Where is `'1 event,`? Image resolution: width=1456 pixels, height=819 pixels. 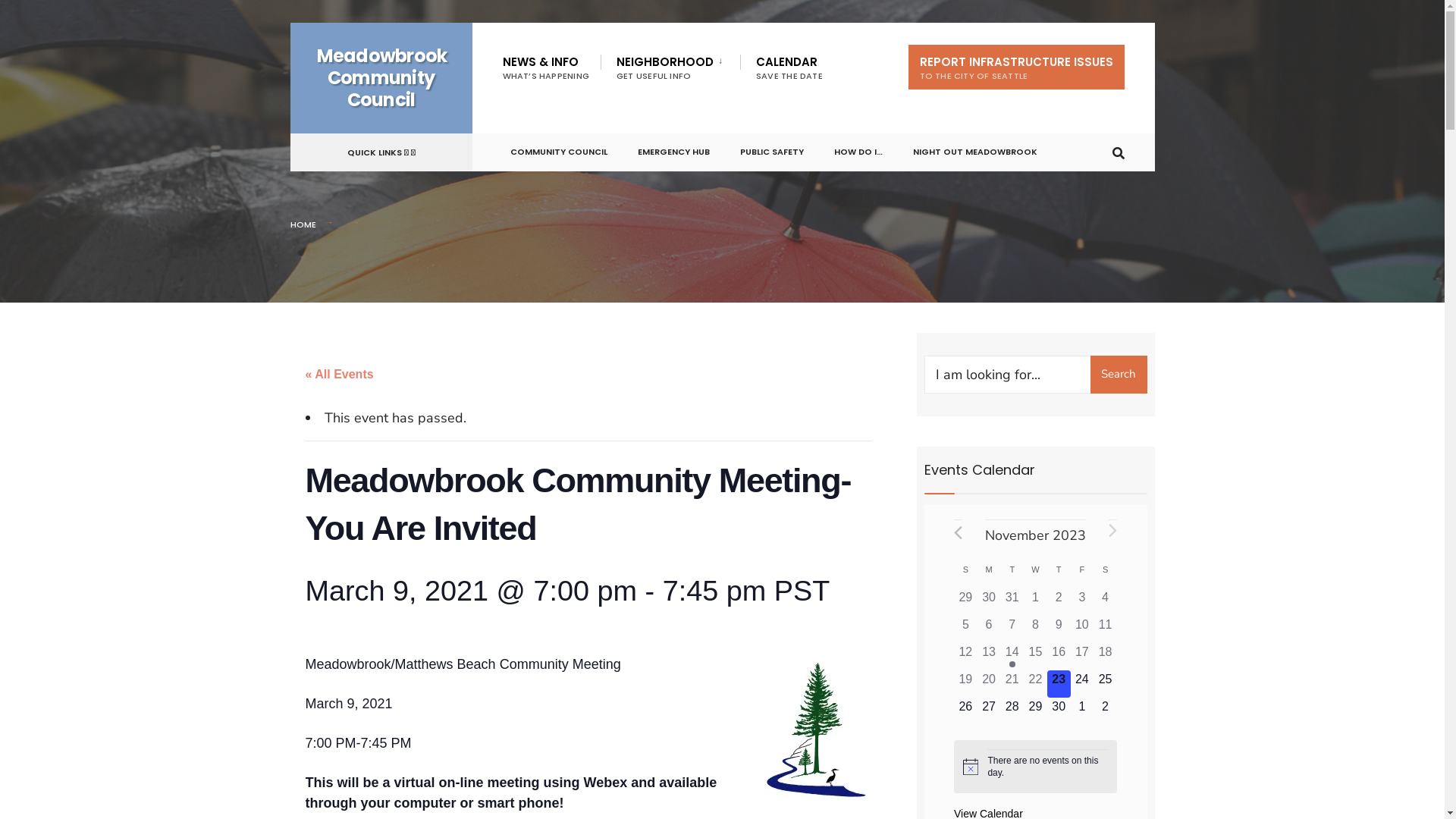 '1 event, is located at coordinates (1012, 656).